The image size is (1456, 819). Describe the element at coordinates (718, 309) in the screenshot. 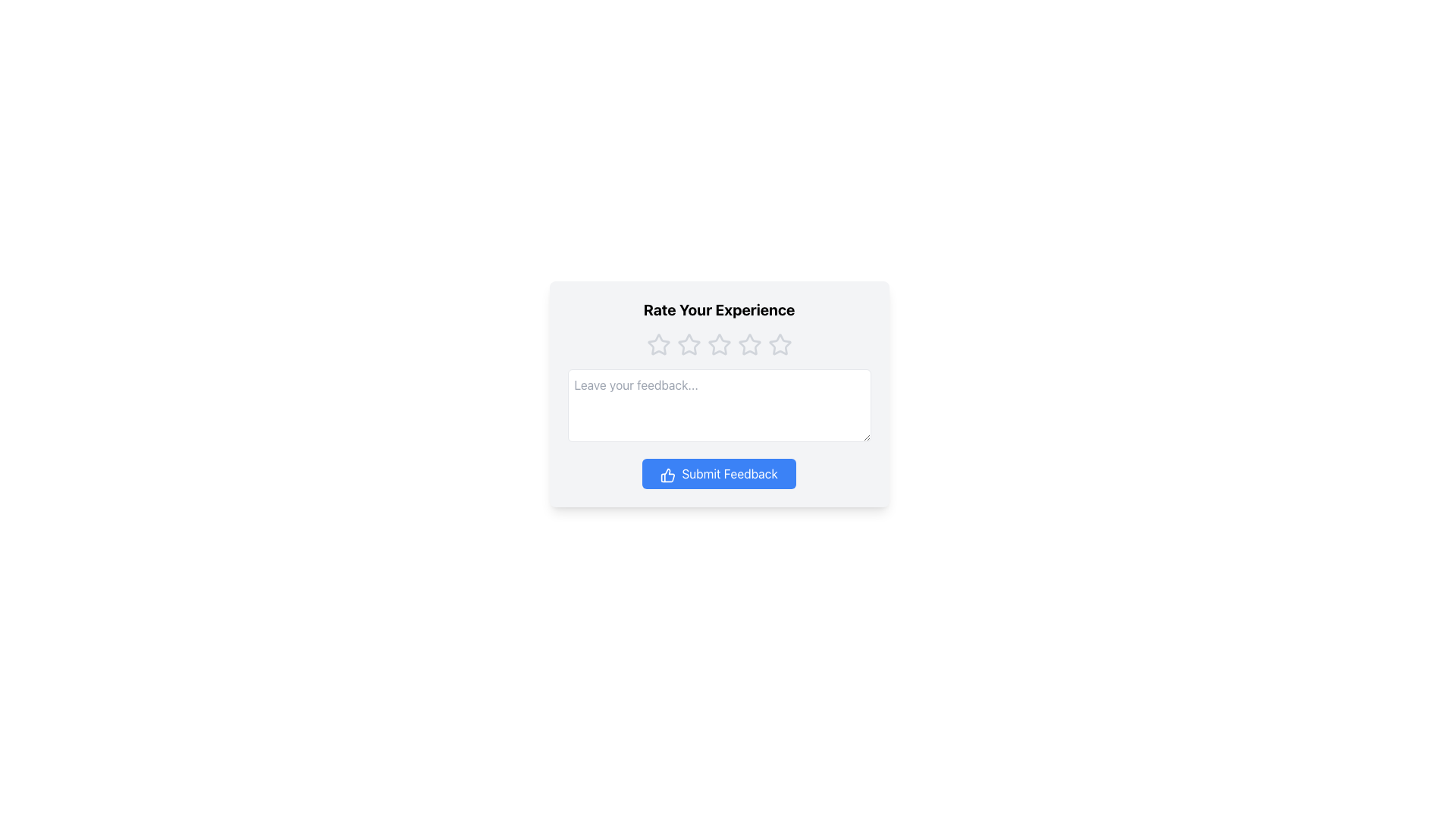

I see `the static text element that indicates a rating feature, positioned at the top of the card layout, above the row of star icons` at that location.